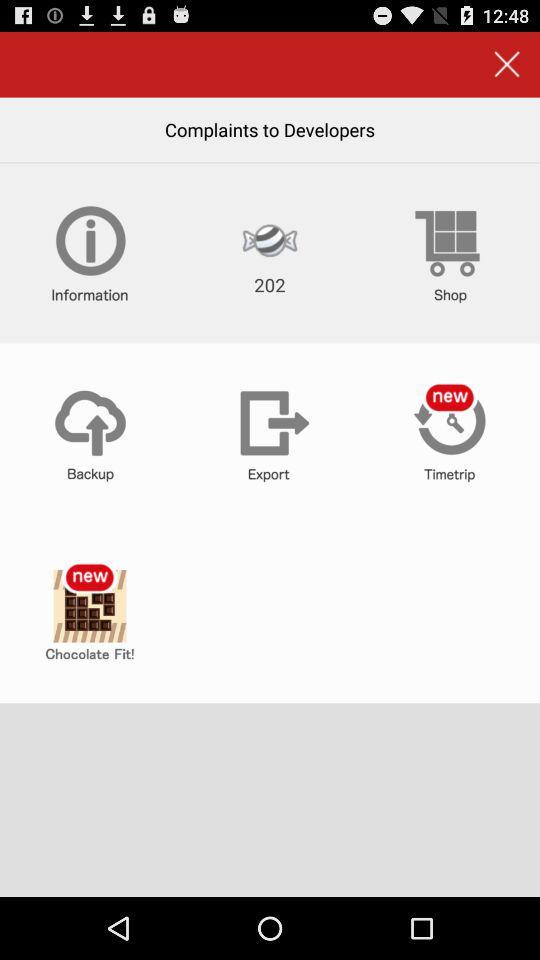 This screenshot has width=540, height=960. What do you see at coordinates (449, 433) in the screenshot?
I see `to add time` at bounding box center [449, 433].